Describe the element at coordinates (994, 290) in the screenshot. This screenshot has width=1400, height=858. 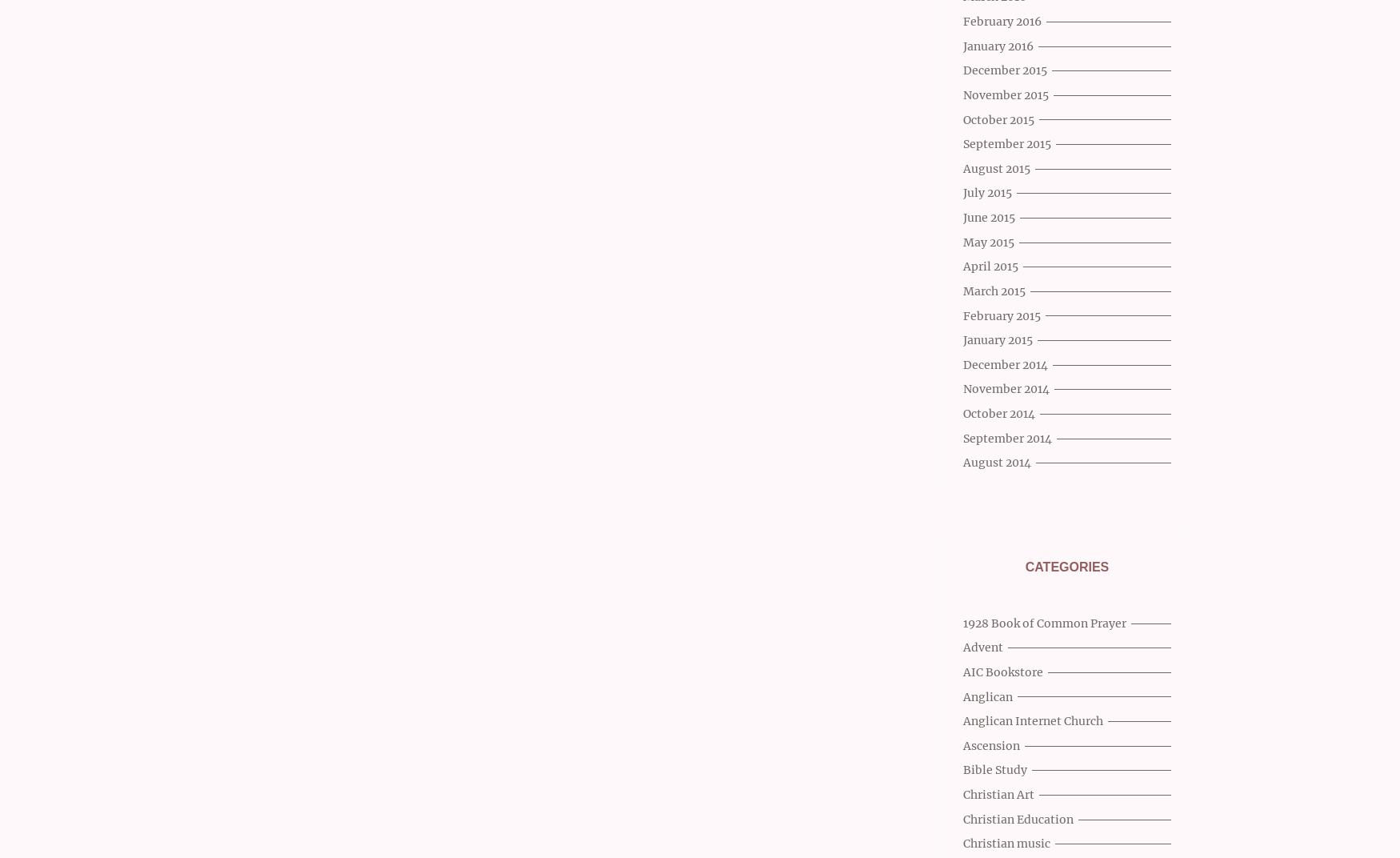
I see `'March 2015'` at that location.